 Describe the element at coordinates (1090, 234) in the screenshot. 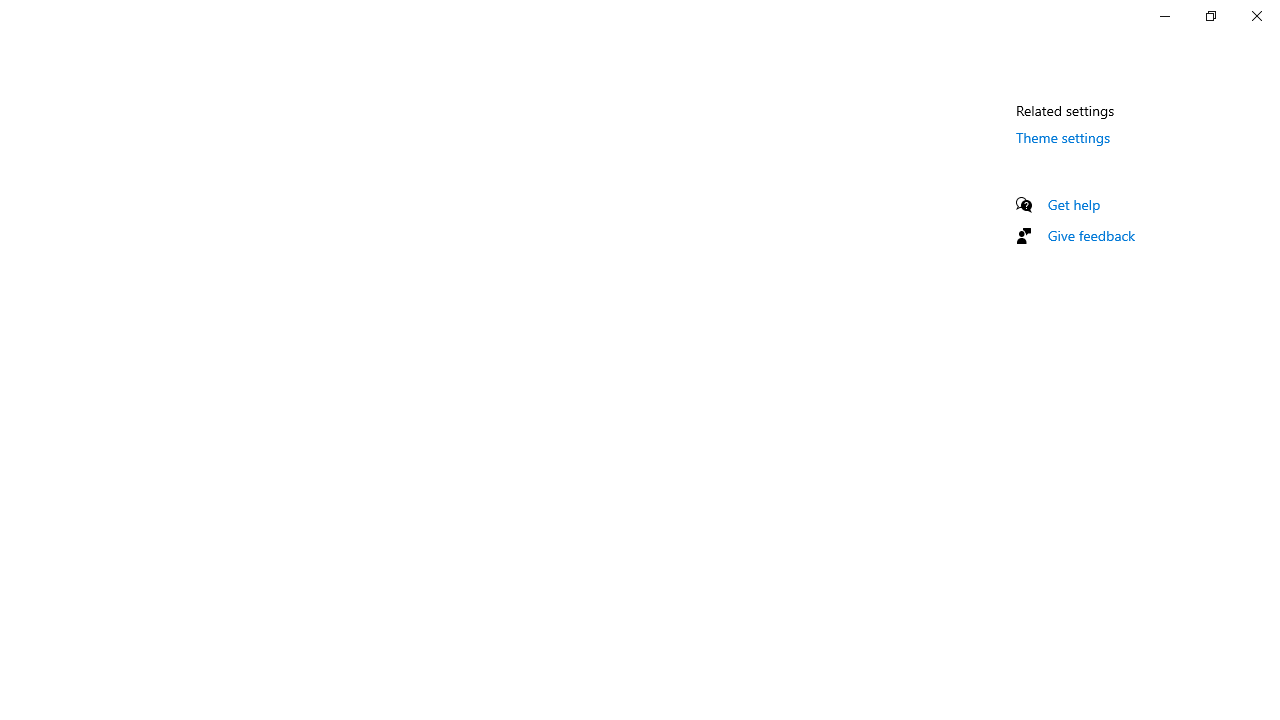

I see `'Give feedback'` at that location.